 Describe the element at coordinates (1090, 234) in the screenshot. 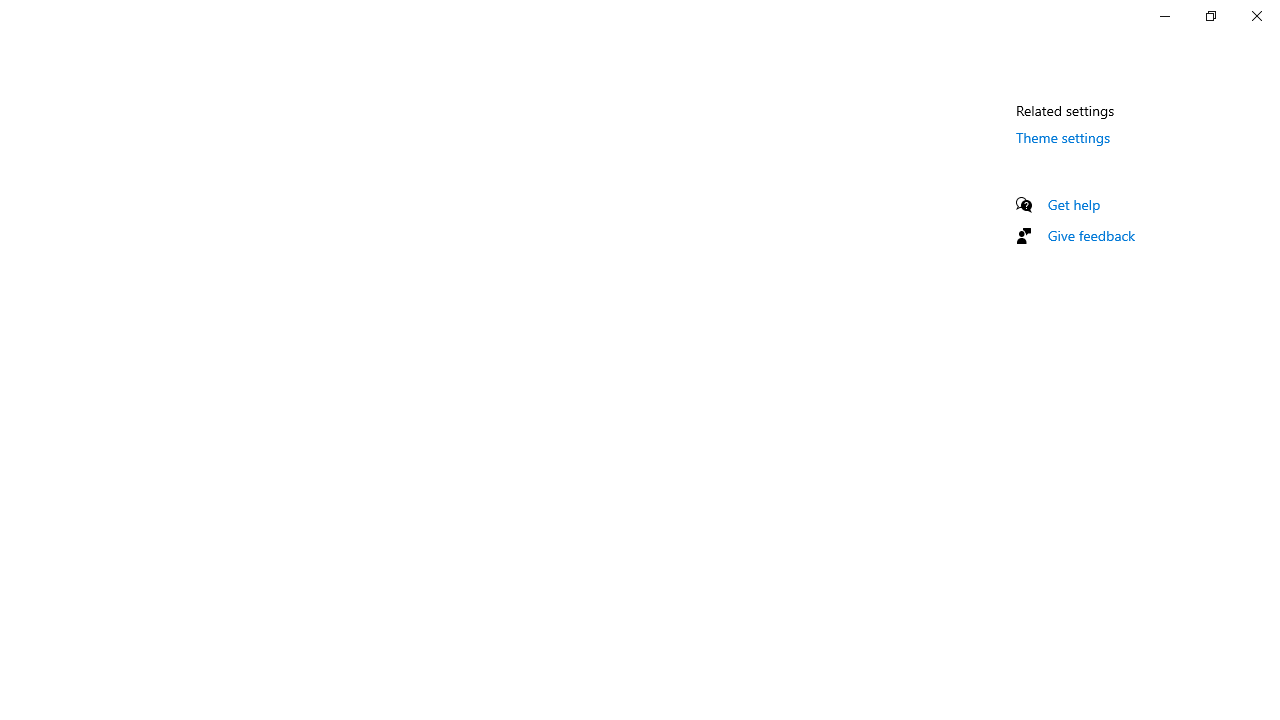

I see `'Give feedback'` at that location.